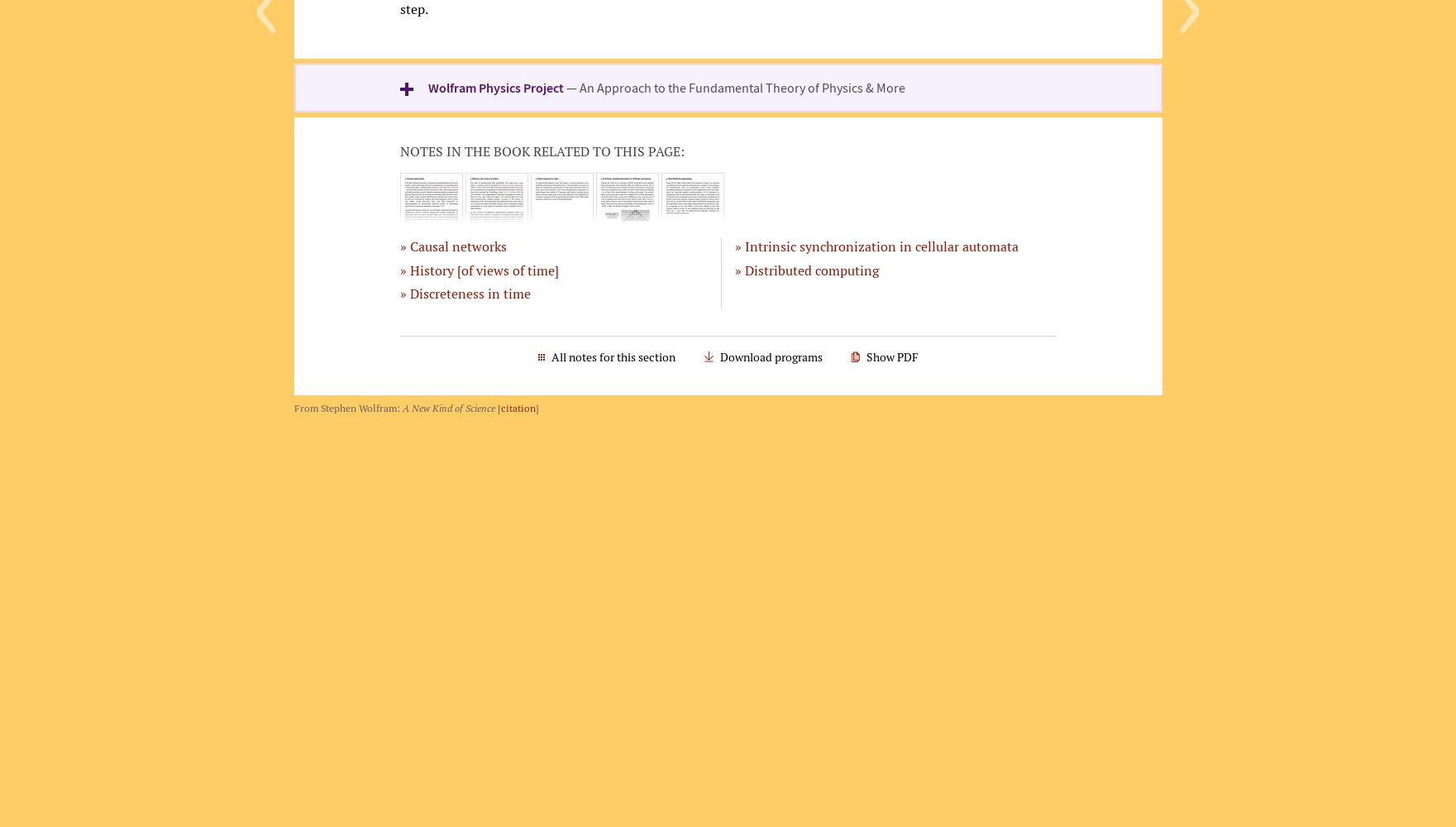 This screenshot has width=1456, height=827. What do you see at coordinates (810, 269) in the screenshot?
I see `'Distributed computing'` at bounding box center [810, 269].